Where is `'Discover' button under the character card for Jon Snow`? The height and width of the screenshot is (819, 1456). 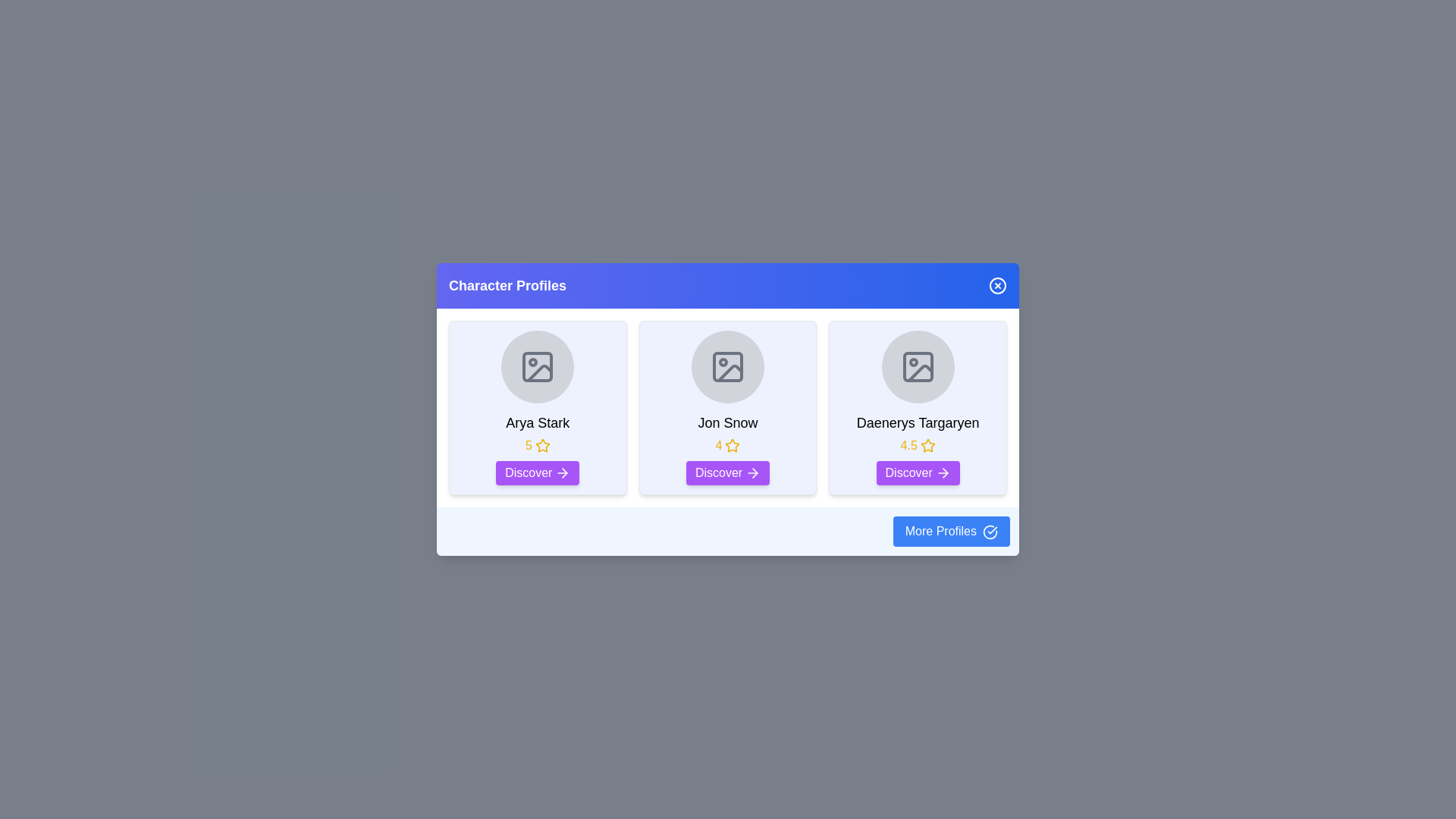 'Discover' button under the character card for Jon Snow is located at coordinates (726, 472).